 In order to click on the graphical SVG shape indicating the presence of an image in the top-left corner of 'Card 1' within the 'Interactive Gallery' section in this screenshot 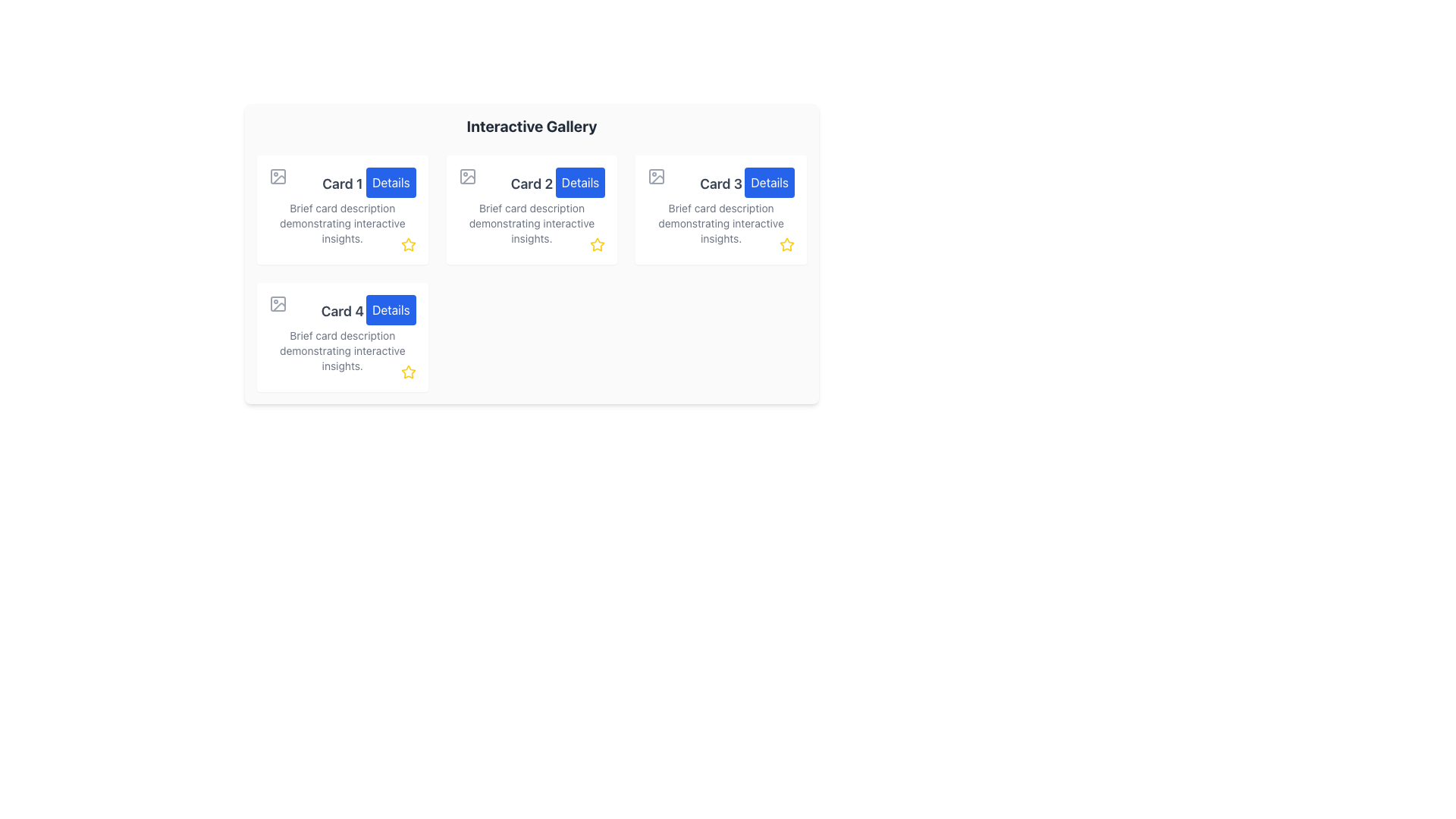, I will do `click(278, 175)`.